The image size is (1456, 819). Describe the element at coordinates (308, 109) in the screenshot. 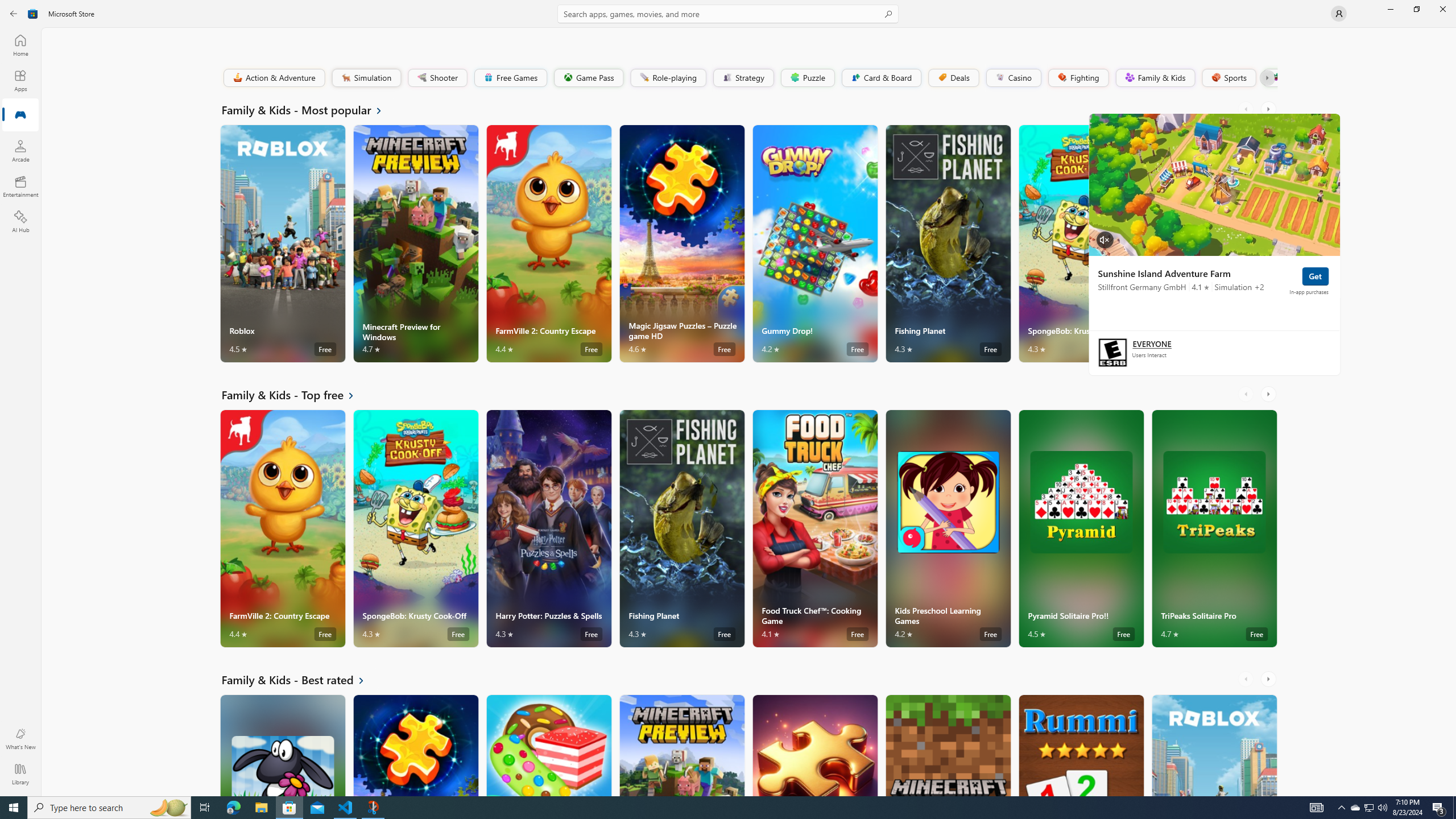

I see `'See all  Family & Kids - Most popular'` at that location.